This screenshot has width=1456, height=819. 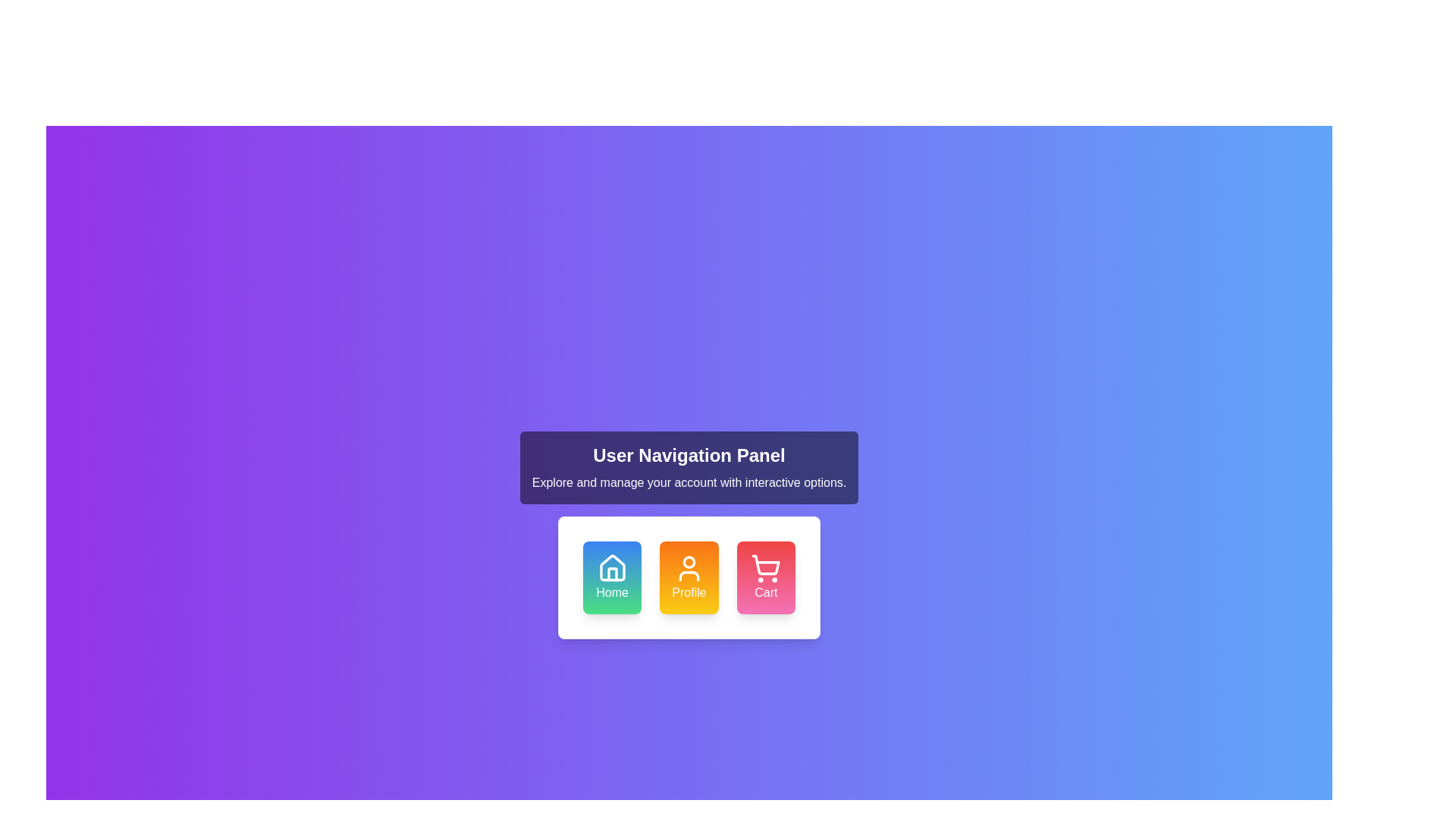 I want to click on the 'Profile' button, which is a rectangular button with a gradient from yellow to orange and contains a user icon and the label 'Profile' underneath, to observe the hover effect, so click(x=688, y=578).